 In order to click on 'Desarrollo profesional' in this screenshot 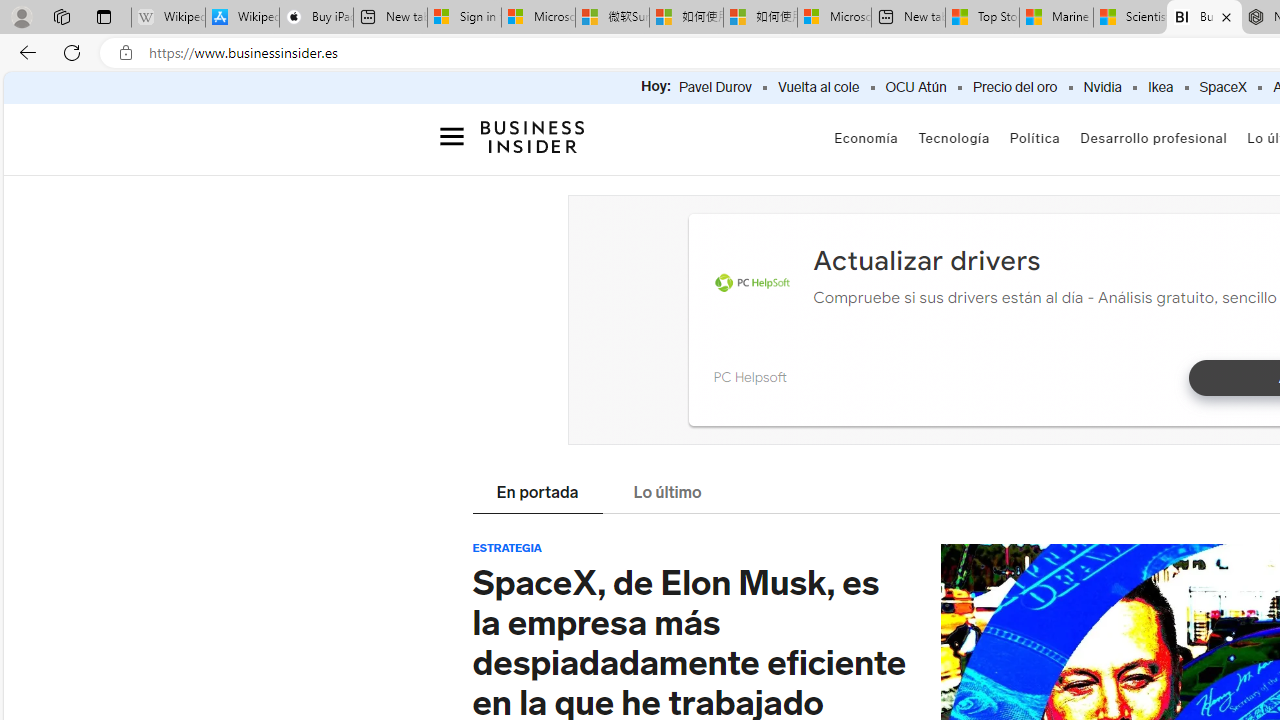, I will do `click(1153, 137)`.